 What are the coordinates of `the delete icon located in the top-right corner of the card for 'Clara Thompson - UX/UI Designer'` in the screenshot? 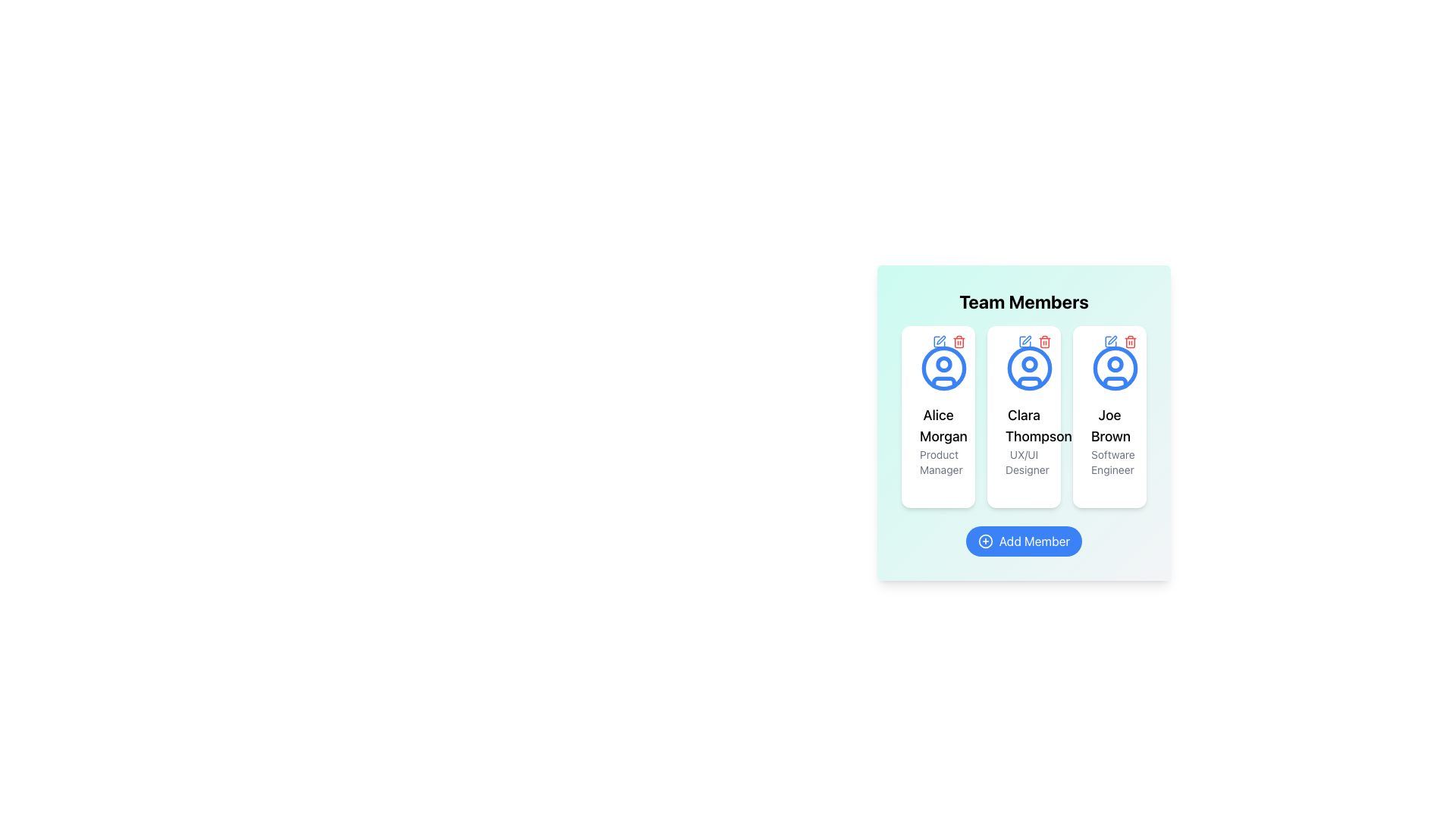 It's located at (1034, 342).